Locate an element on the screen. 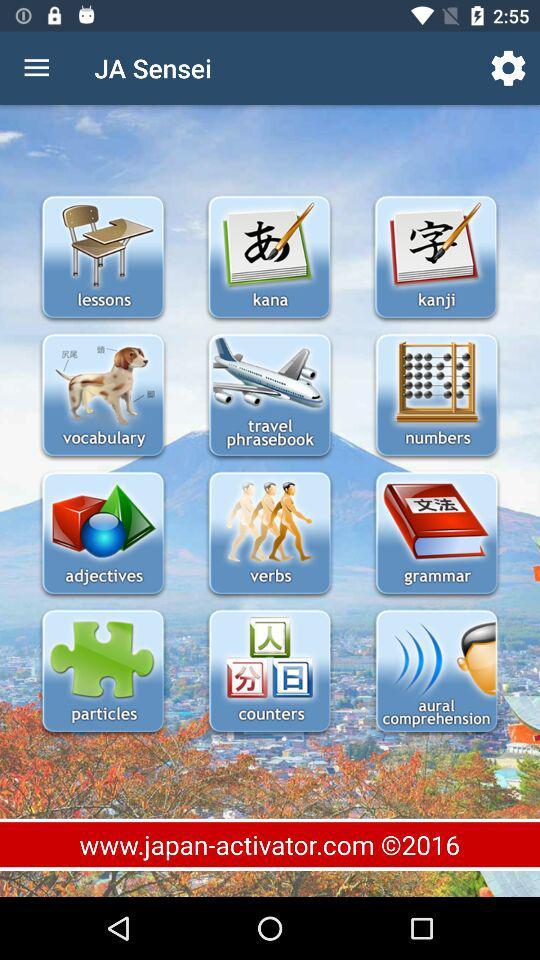 Image resolution: width=540 pixels, height=960 pixels. switch vocabulary option is located at coordinates (103, 396).